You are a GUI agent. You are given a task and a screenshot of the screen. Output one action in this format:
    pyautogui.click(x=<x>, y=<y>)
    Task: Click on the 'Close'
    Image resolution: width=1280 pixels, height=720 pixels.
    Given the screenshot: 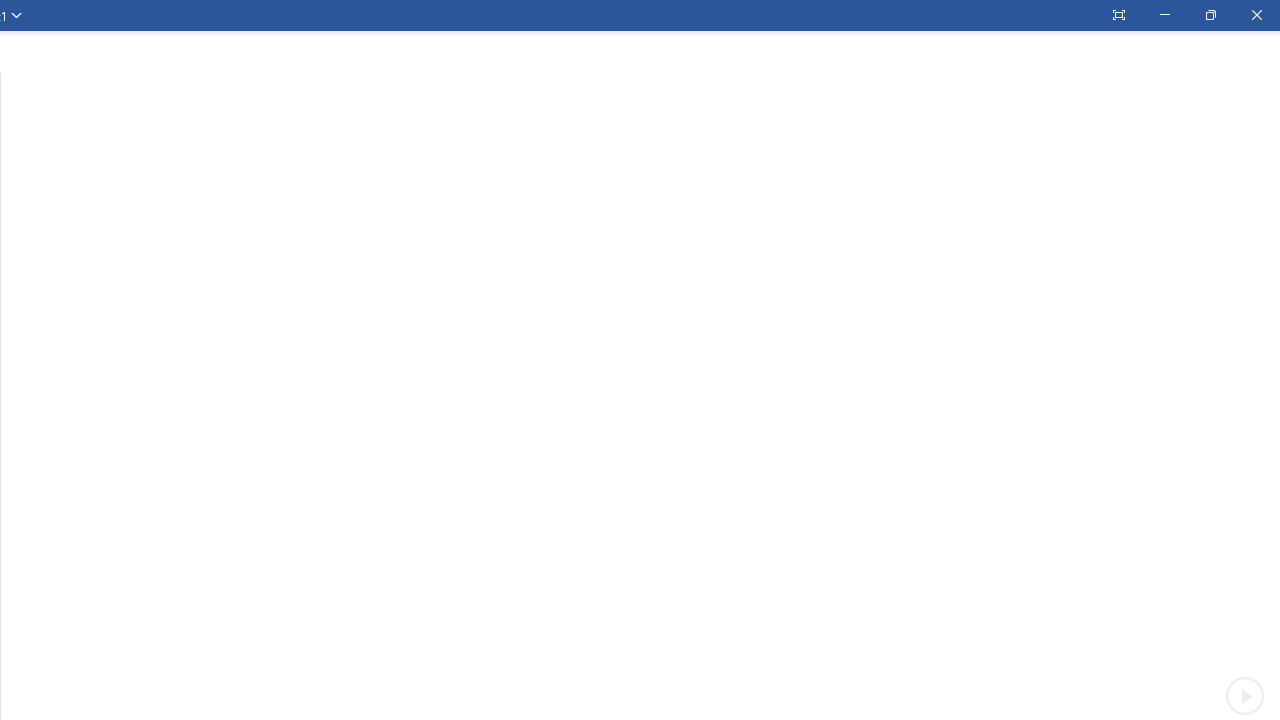 What is the action you would take?
    pyautogui.click(x=1255, y=15)
    